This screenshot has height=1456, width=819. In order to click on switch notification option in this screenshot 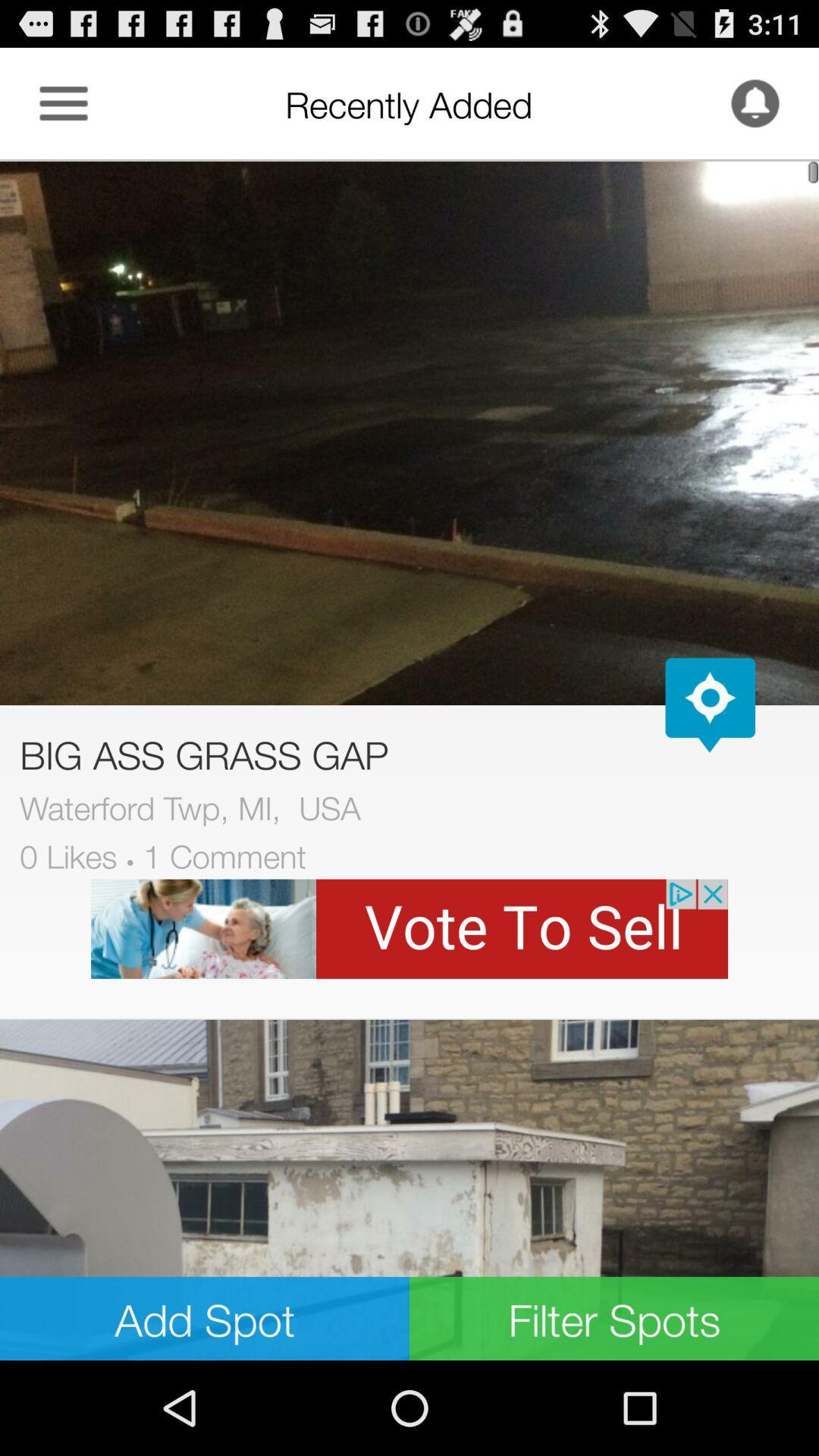, I will do `click(755, 102)`.